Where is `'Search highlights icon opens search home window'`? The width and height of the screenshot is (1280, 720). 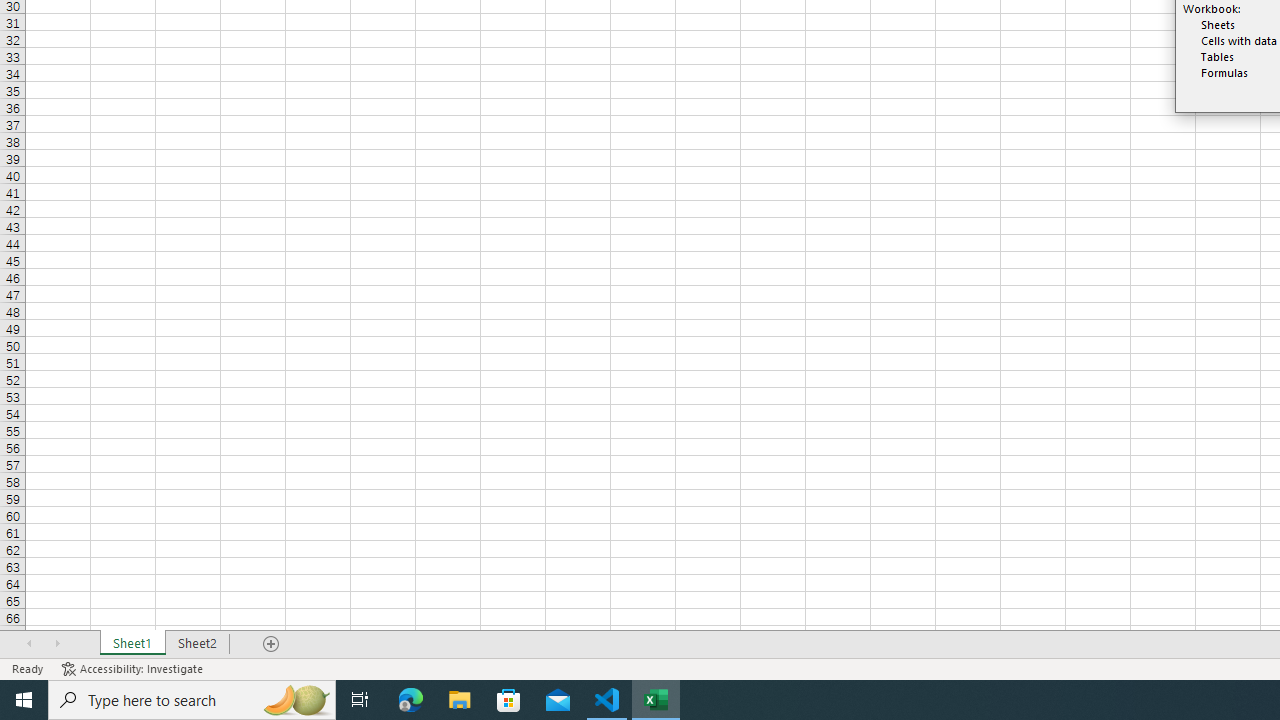
'Search highlights icon opens search home window' is located at coordinates (294, 698).